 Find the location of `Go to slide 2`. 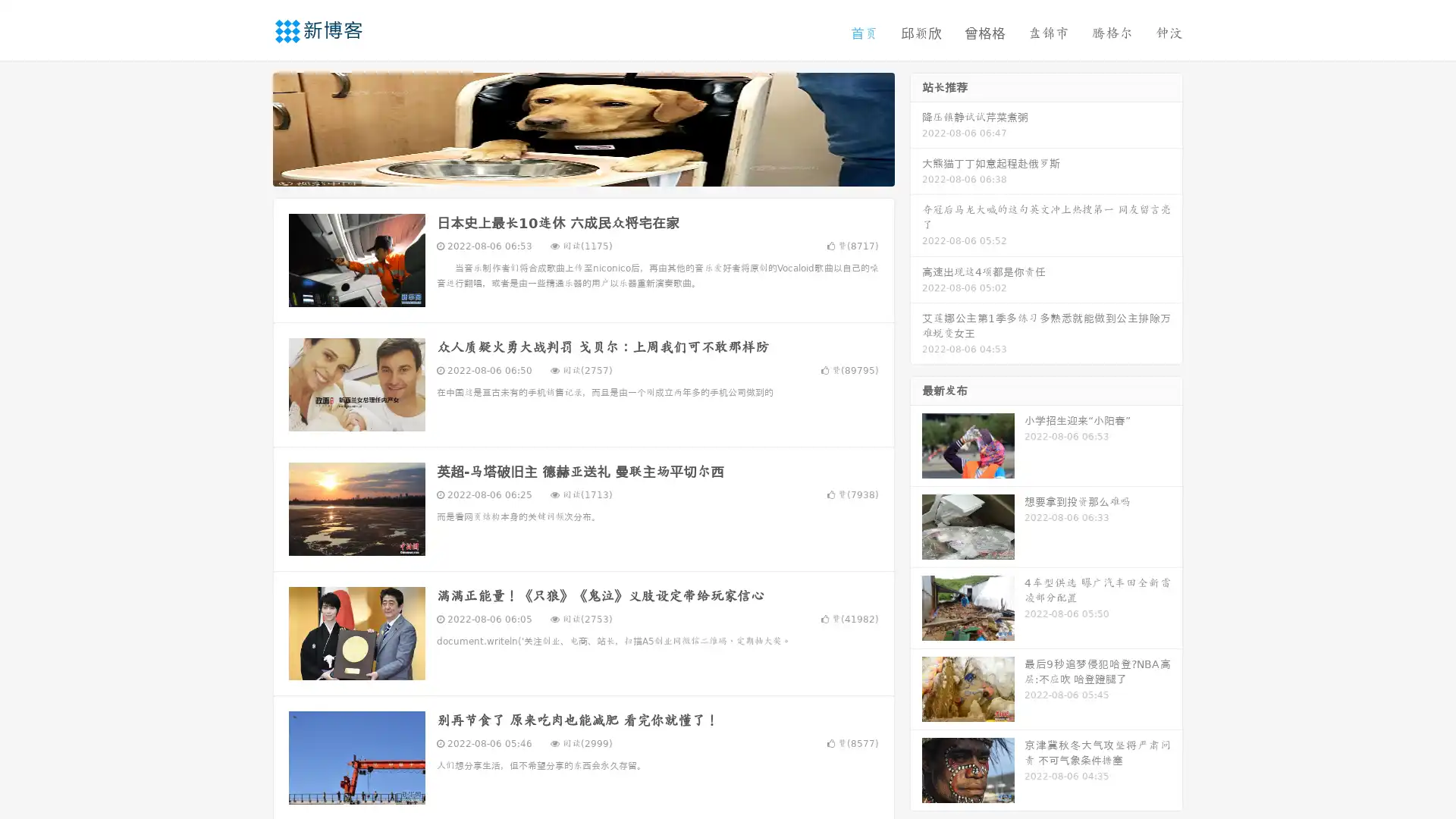

Go to slide 2 is located at coordinates (582, 171).